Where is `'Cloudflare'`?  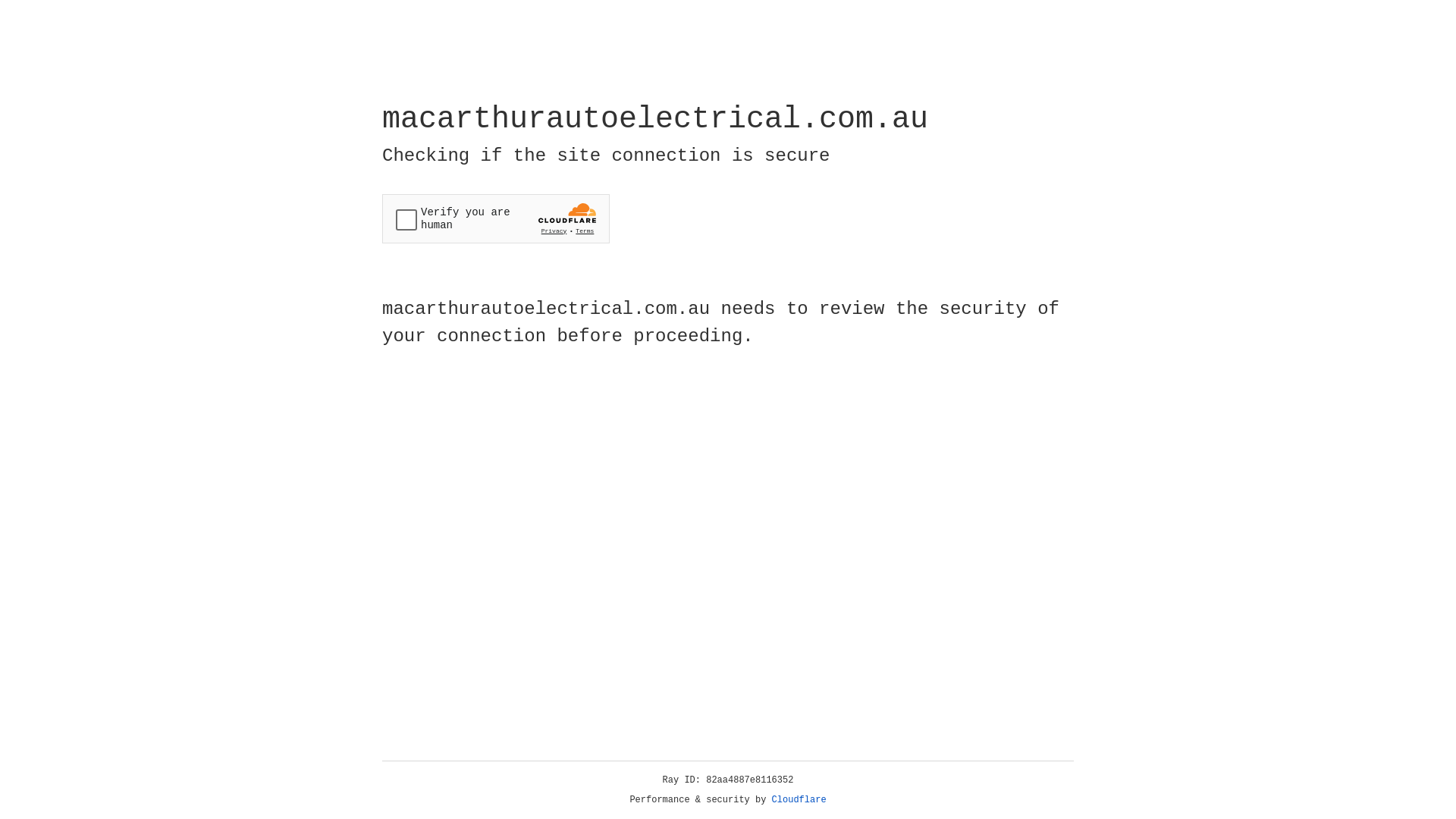
'Cloudflare' is located at coordinates (799, 799).